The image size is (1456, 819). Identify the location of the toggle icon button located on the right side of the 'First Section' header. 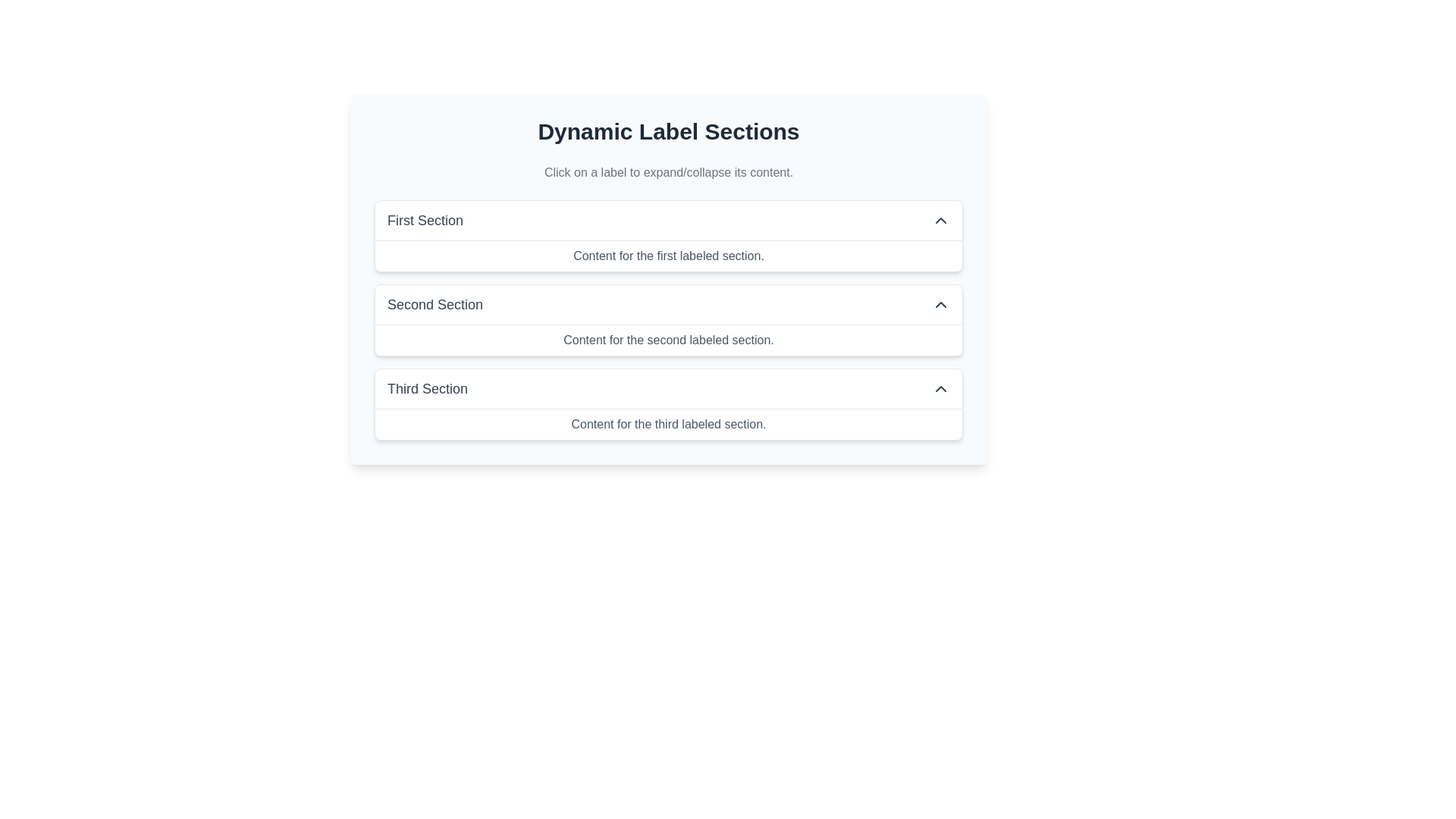
(940, 220).